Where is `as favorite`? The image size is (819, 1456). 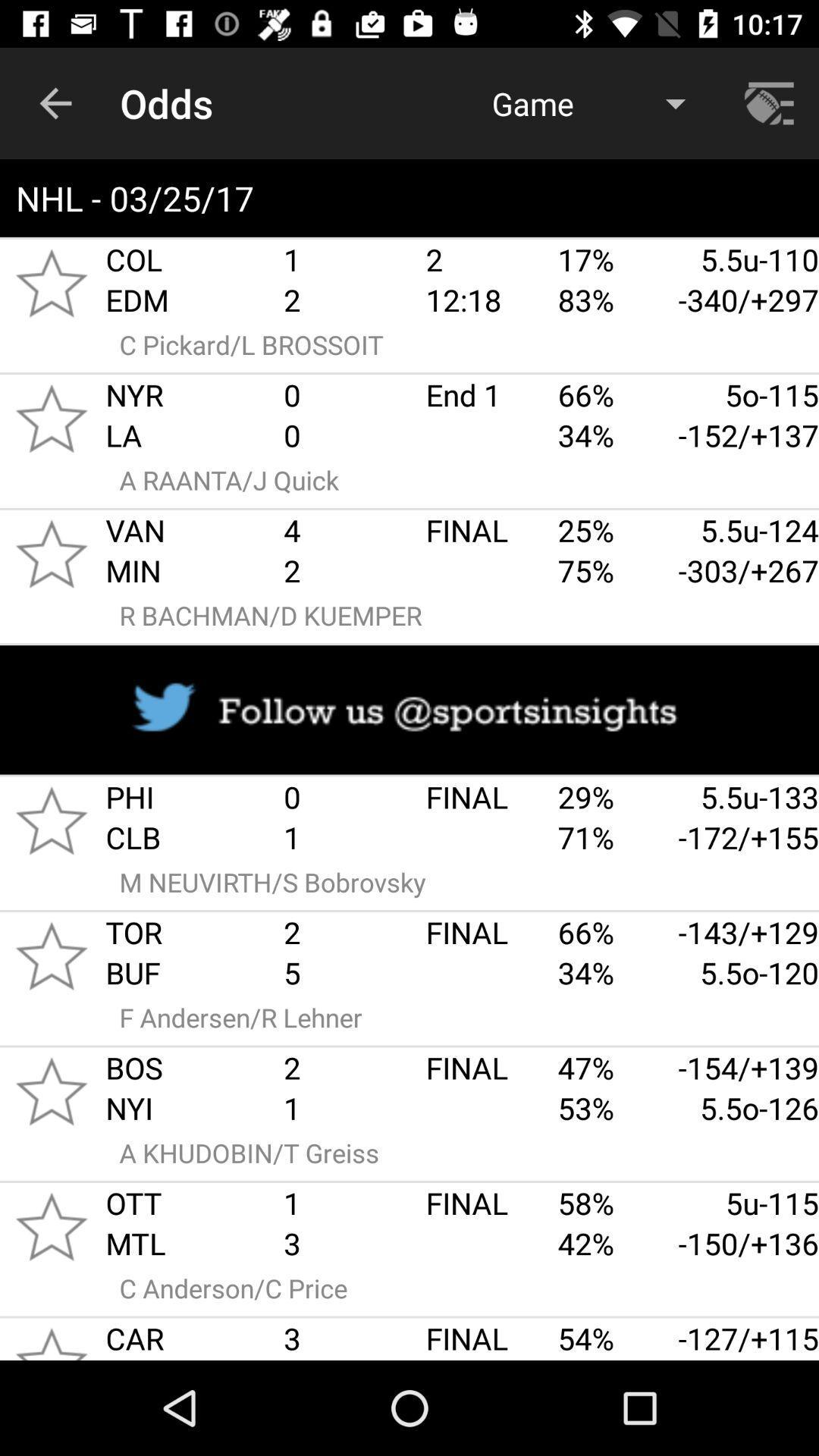
as favorite is located at coordinates (51, 553).